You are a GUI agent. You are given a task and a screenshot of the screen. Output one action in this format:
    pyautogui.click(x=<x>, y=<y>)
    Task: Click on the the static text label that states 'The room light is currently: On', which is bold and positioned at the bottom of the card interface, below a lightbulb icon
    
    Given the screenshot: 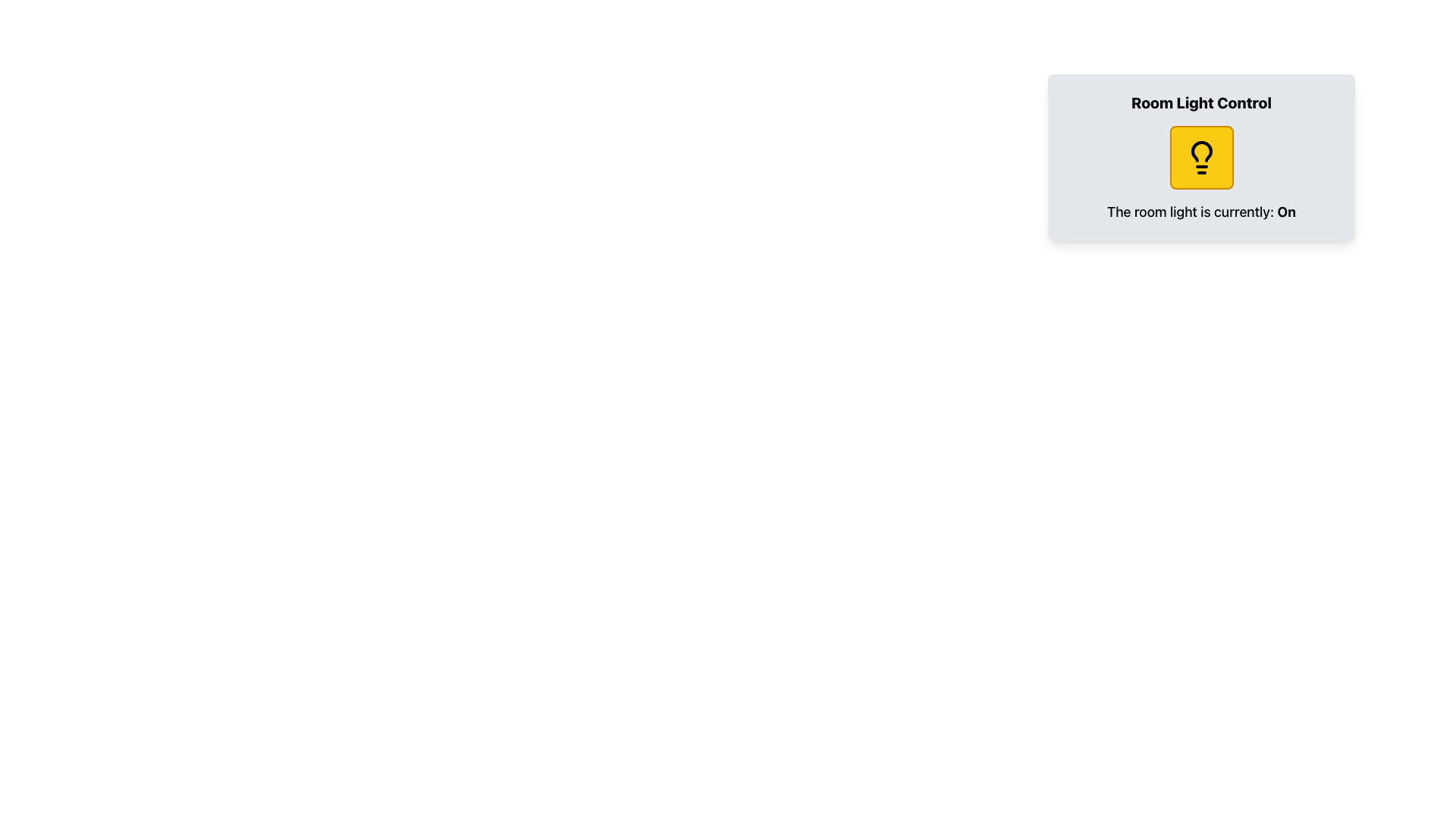 What is the action you would take?
    pyautogui.click(x=1200, y=212)
    